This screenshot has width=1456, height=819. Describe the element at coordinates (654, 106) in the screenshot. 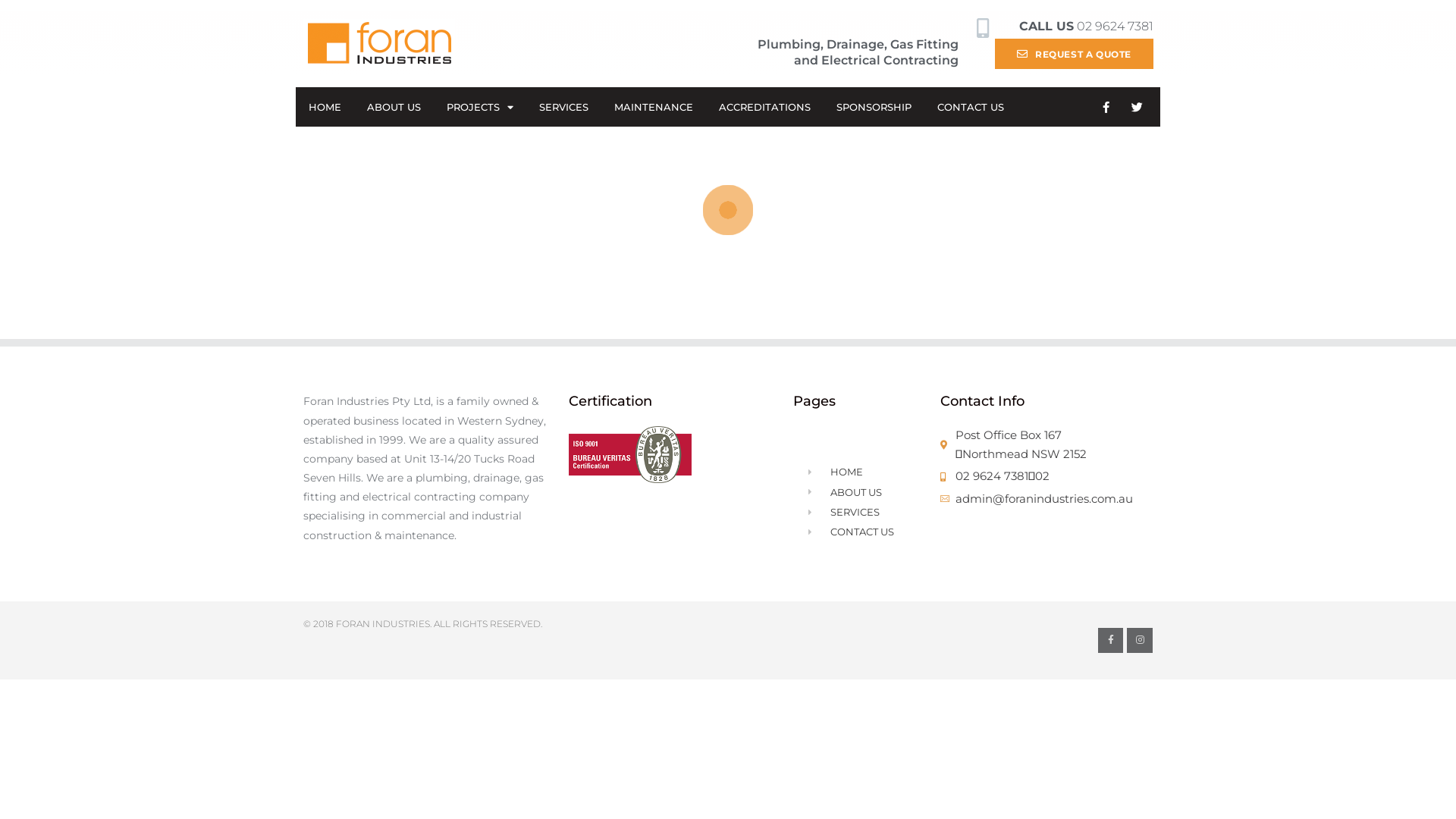

I see `'MAINTENANCE'` at that location.